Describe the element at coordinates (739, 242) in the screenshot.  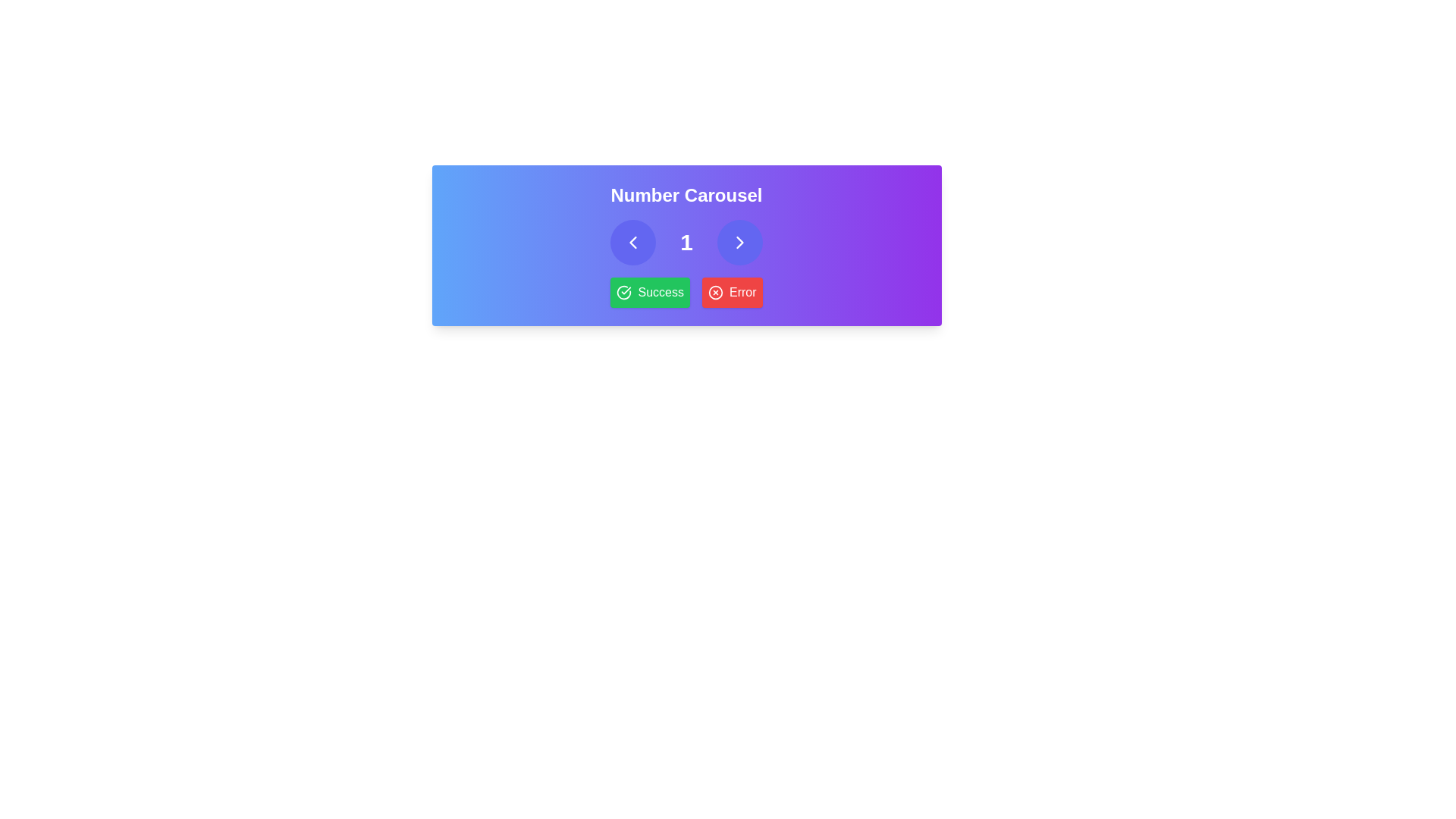
I see `the right-facing chevron arrow SVG icon, which is located within a circular button with a blue background` at that location.